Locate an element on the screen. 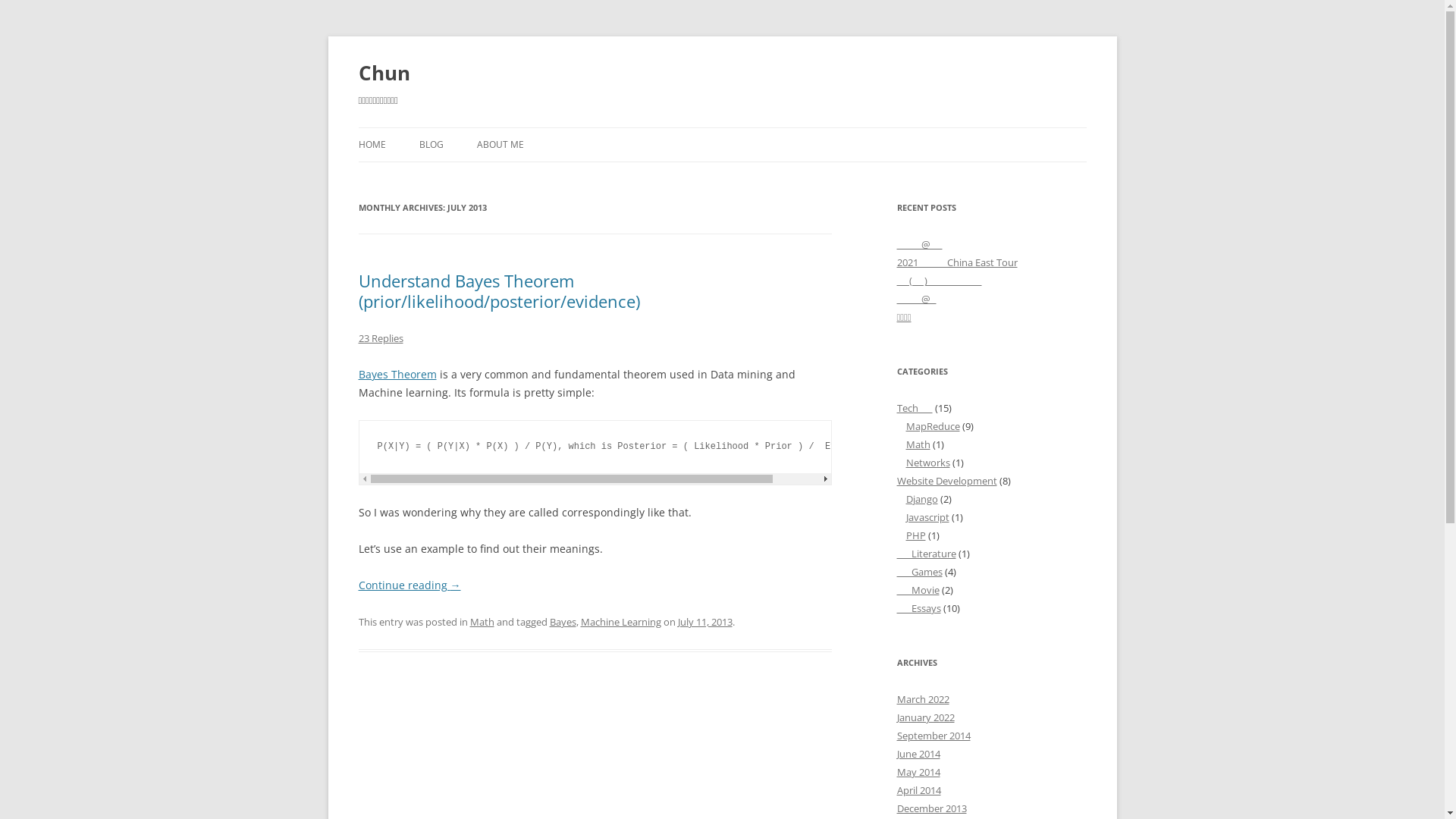 The width and height of the screenshot is (1456, 819). 'BLOG' is located at coordinates (429, 145).